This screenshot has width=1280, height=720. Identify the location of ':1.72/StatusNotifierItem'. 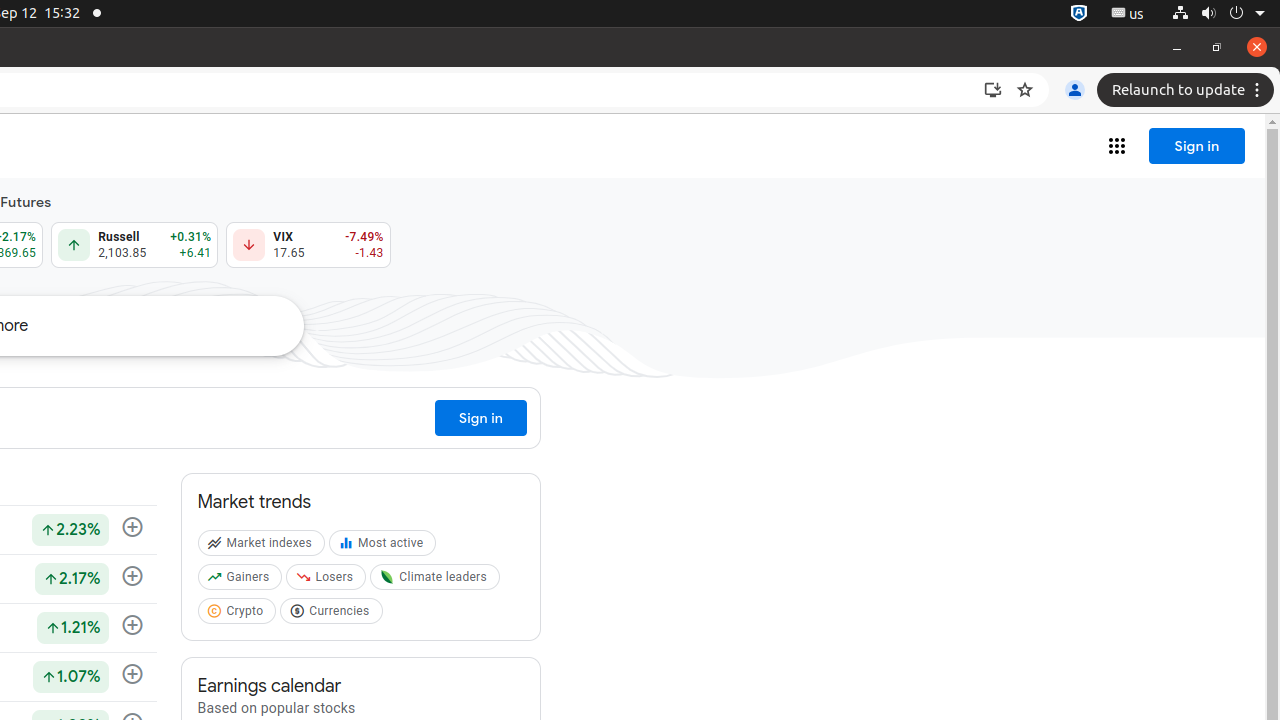
(1078, 13).